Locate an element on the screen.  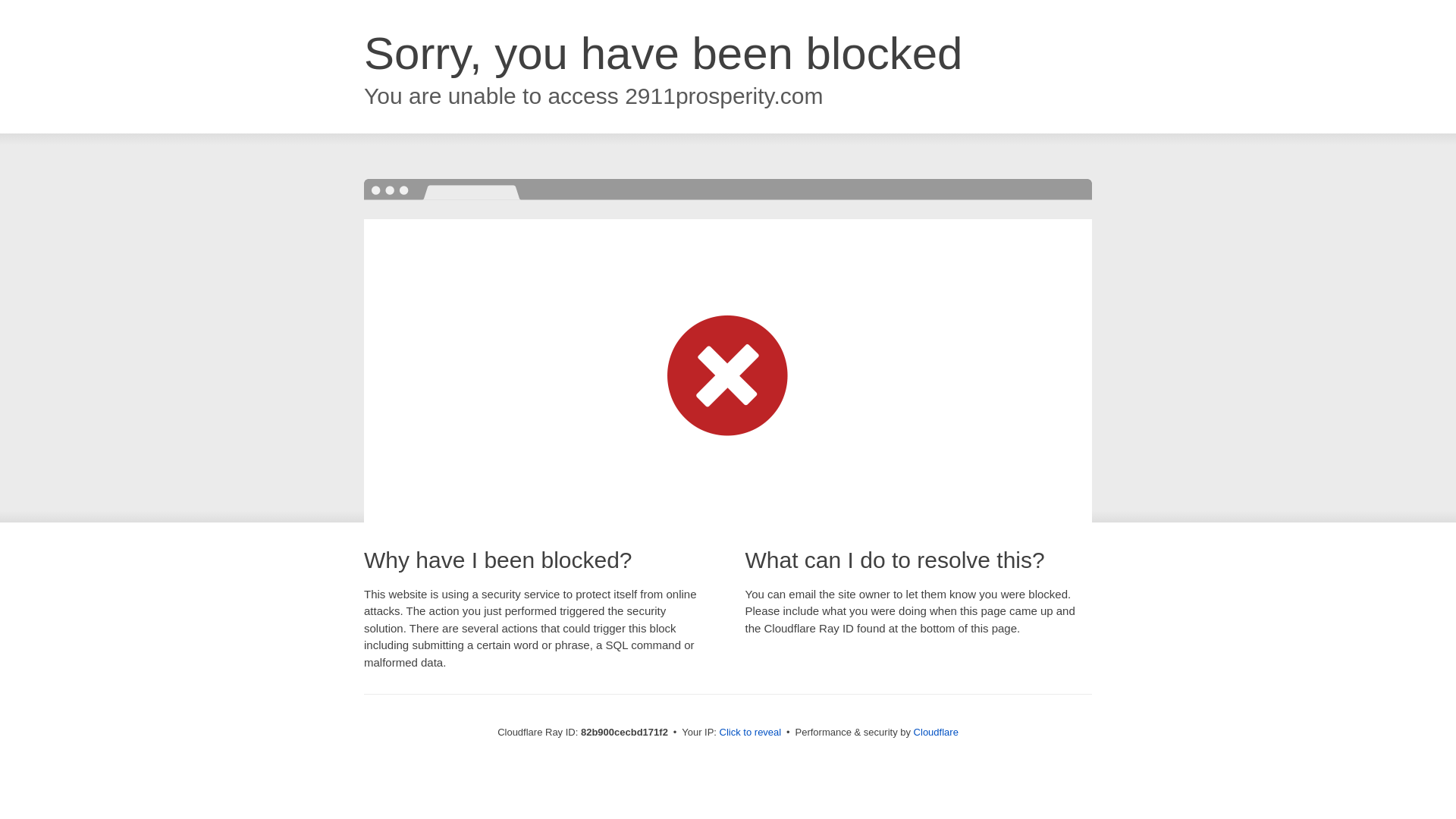
'Cloudflare' is located at coordinates (912, 731).